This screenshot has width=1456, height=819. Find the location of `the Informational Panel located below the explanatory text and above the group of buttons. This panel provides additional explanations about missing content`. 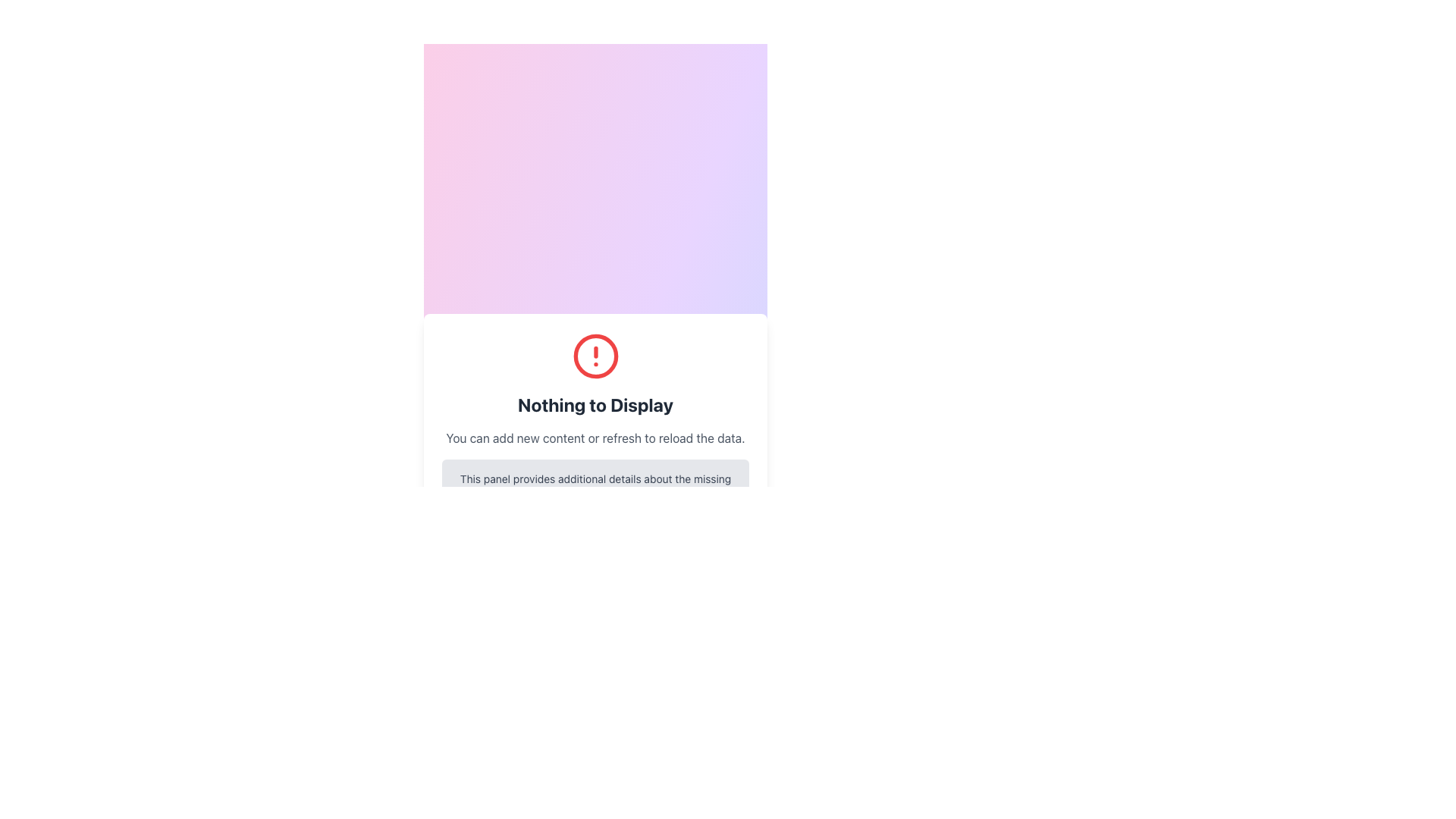

the Informational Panel located below the explanatory text and above the group of buttons. This panel provides additional explanations about missing content is located at coordinates (595, 486).